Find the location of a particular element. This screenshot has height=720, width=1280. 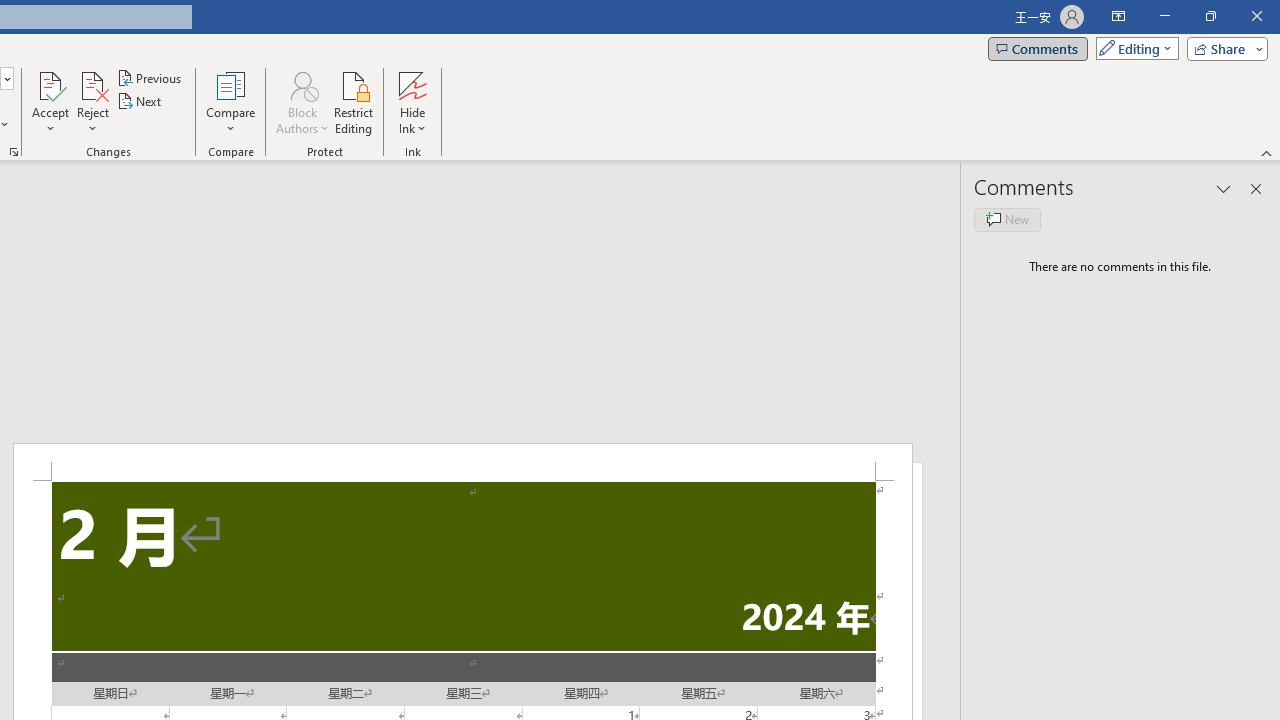

'Reject and Move to Next' is located at coordinates (91, 84).